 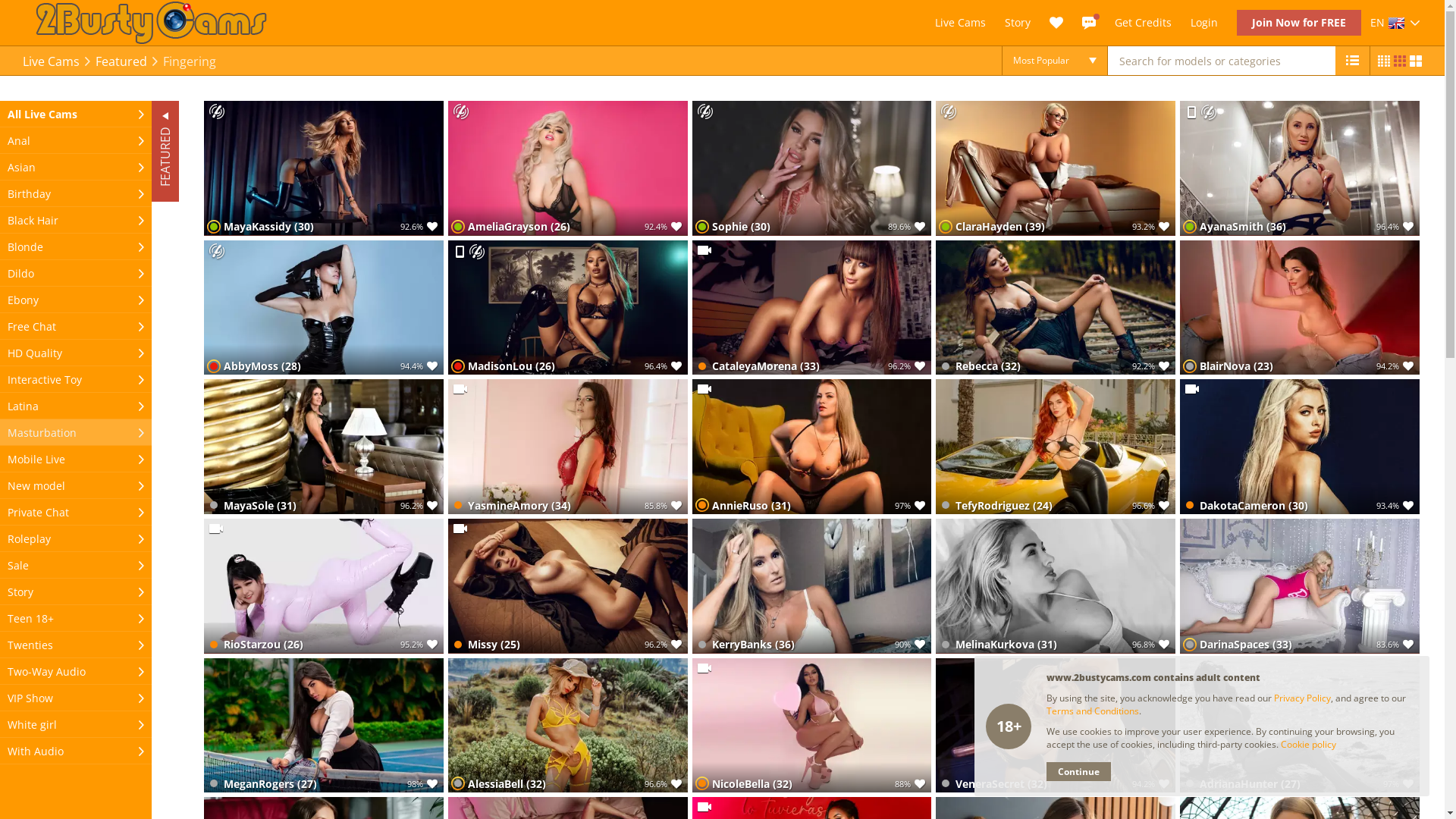 What do you see at coordinates (1143, 22) in the screenshot?
I see `'Get Credits'` at bounding box center [1143, 22].